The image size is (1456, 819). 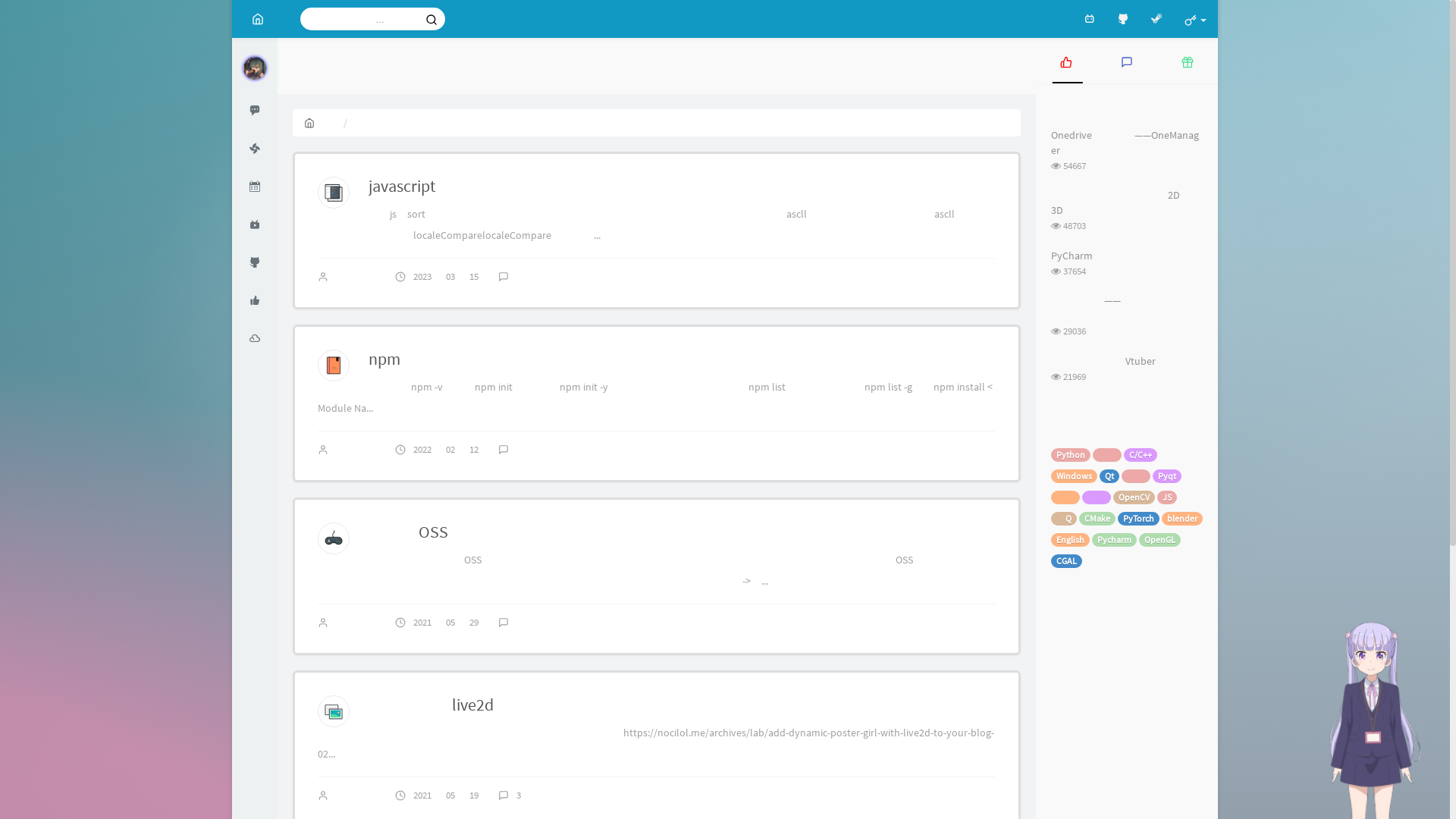 I want to click on 'JS', so click(x=1166, y=497).